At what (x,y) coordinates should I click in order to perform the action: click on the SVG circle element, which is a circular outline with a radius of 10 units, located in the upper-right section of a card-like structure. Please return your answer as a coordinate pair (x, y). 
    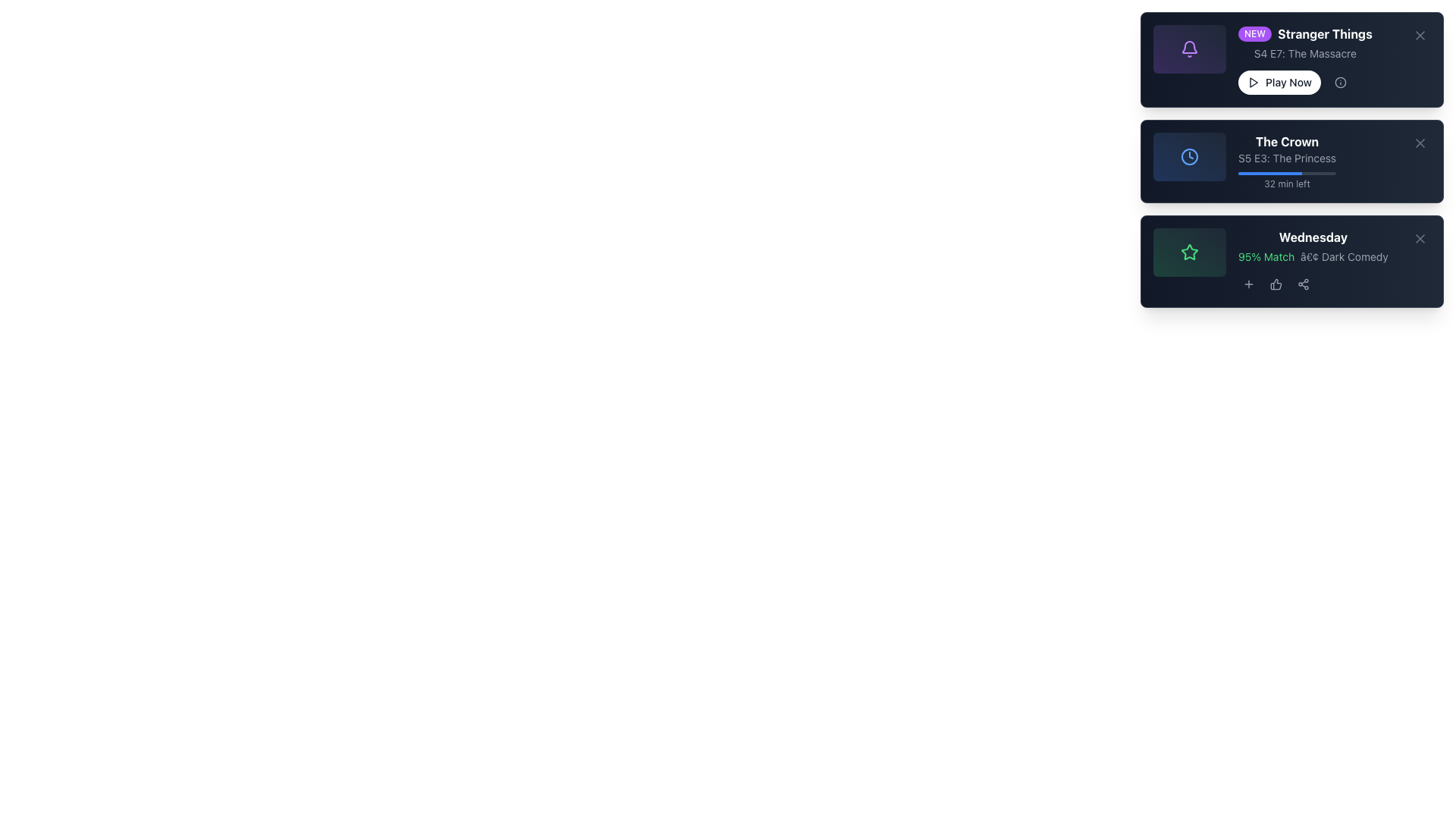
    Looking at the image, I should click on (1340, 82).